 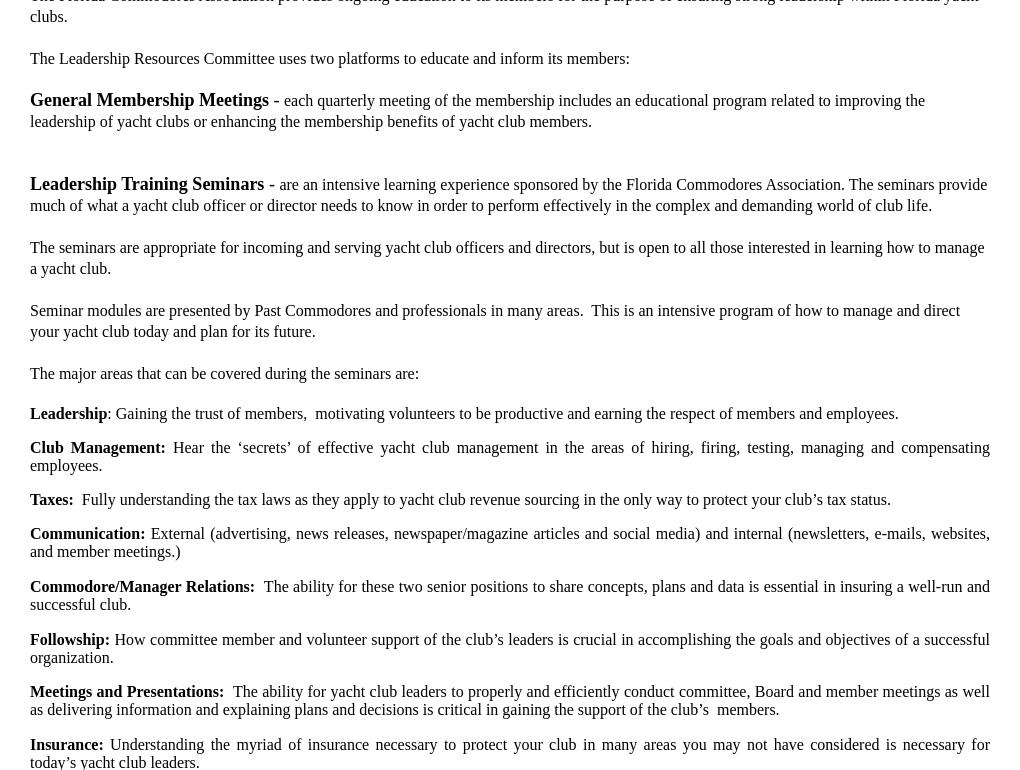 I want to click on 'Leadership Training Seminars', so click(x=146, y=184).